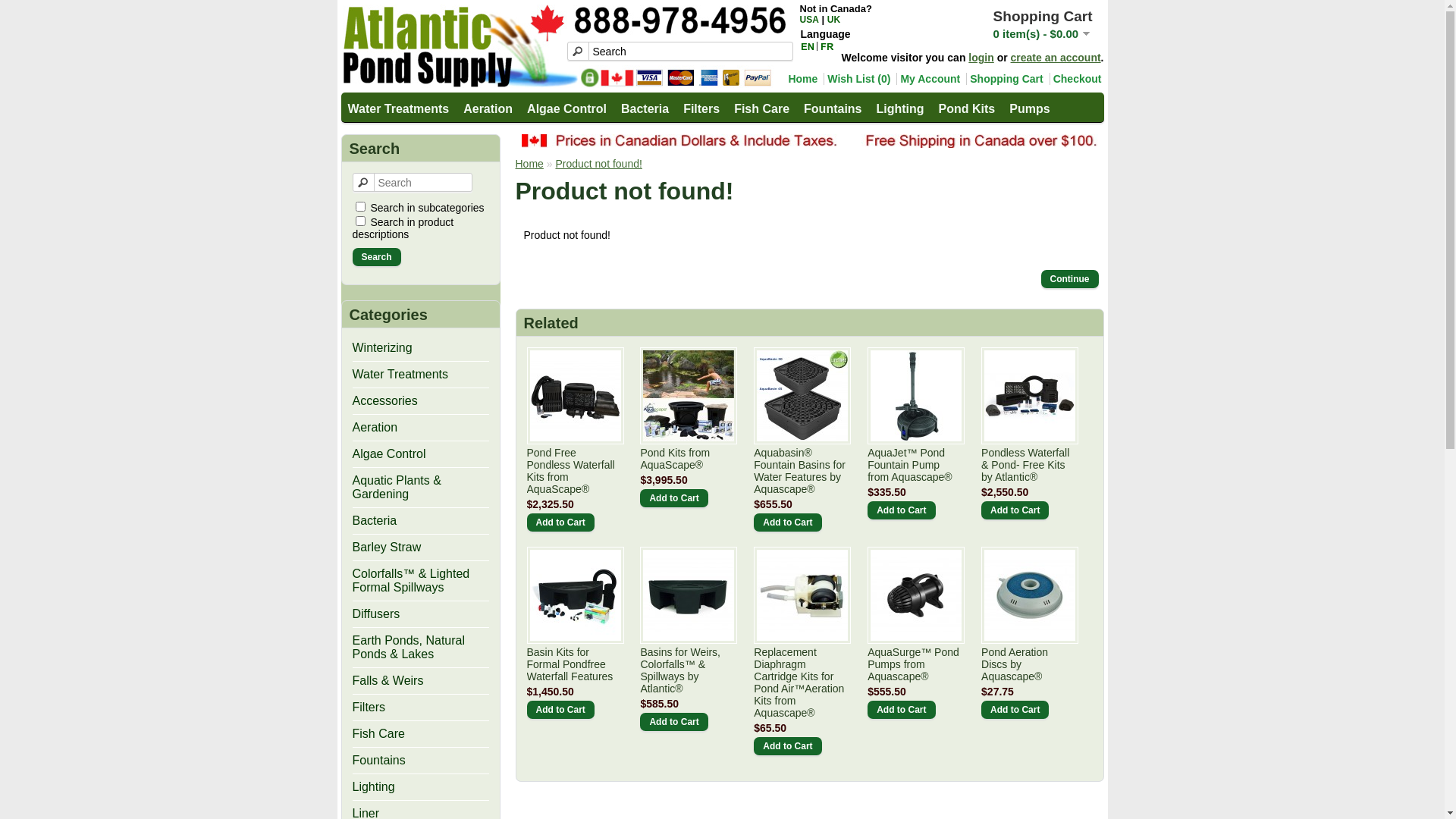 Image resolution: width=1456 pixels, height=819 pixels. I want to click on 'Barley Straw', so click(386, 547).